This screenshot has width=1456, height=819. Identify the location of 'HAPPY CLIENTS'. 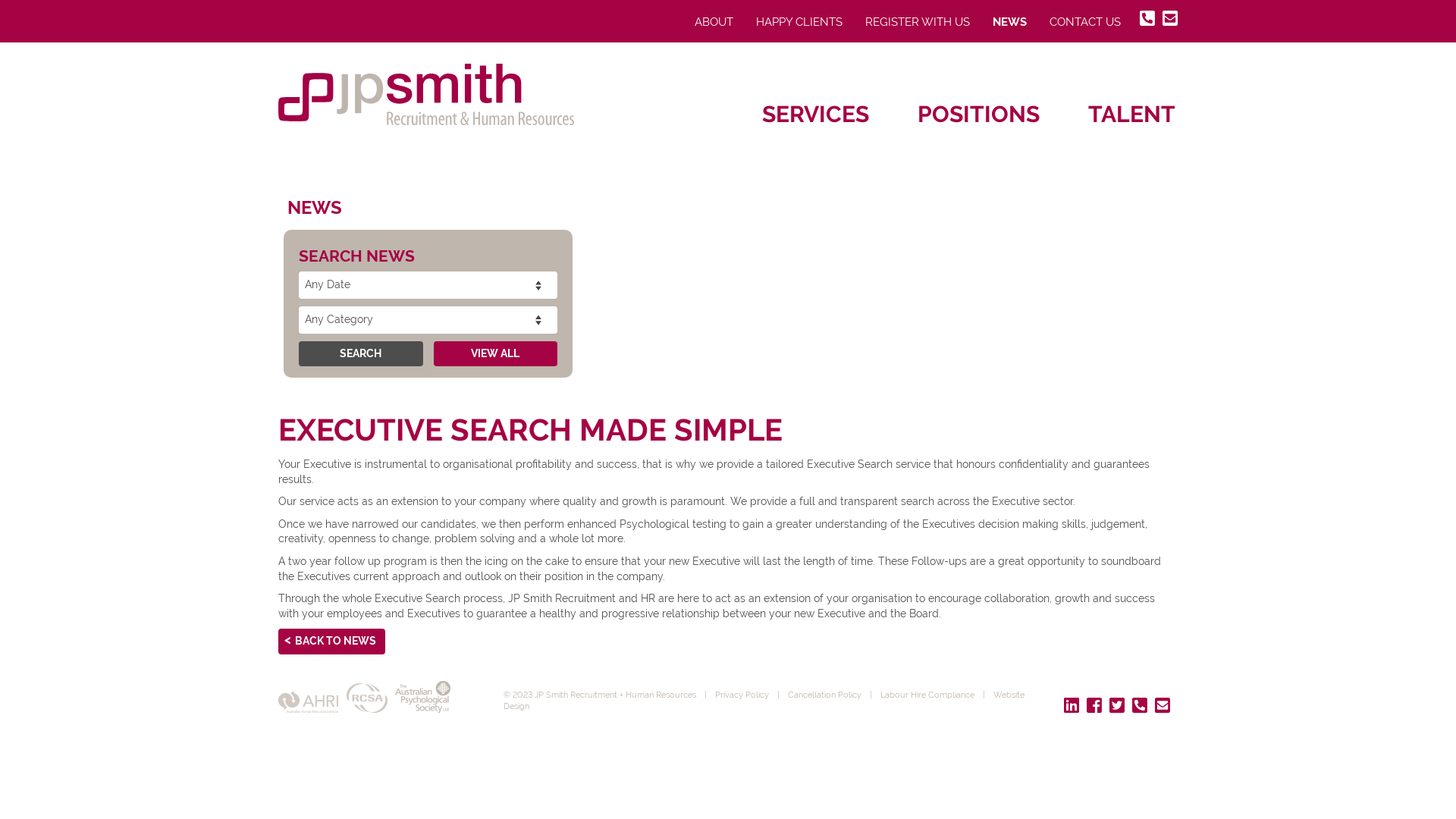
(799, 22).